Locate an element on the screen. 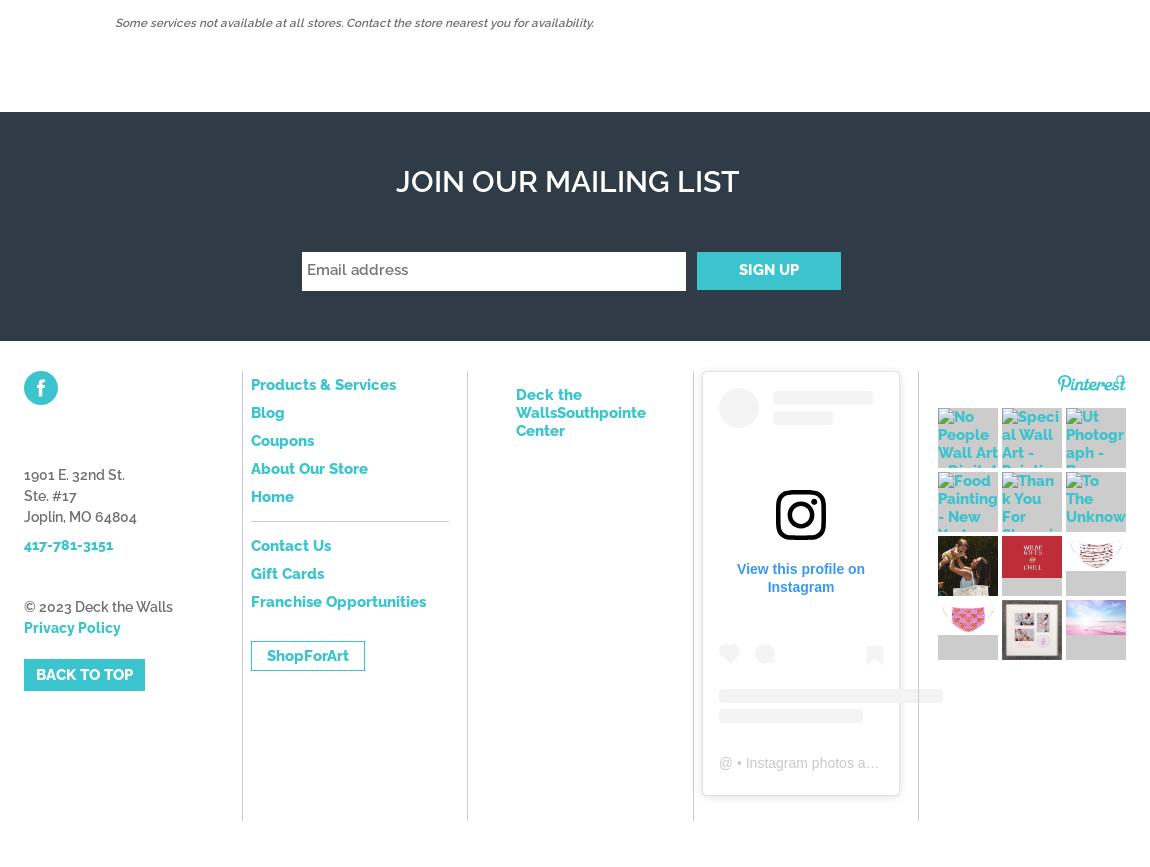 The width and height of the screenshot is (1150, 867). 'Back to Top' is located at coordinates (83, 673).